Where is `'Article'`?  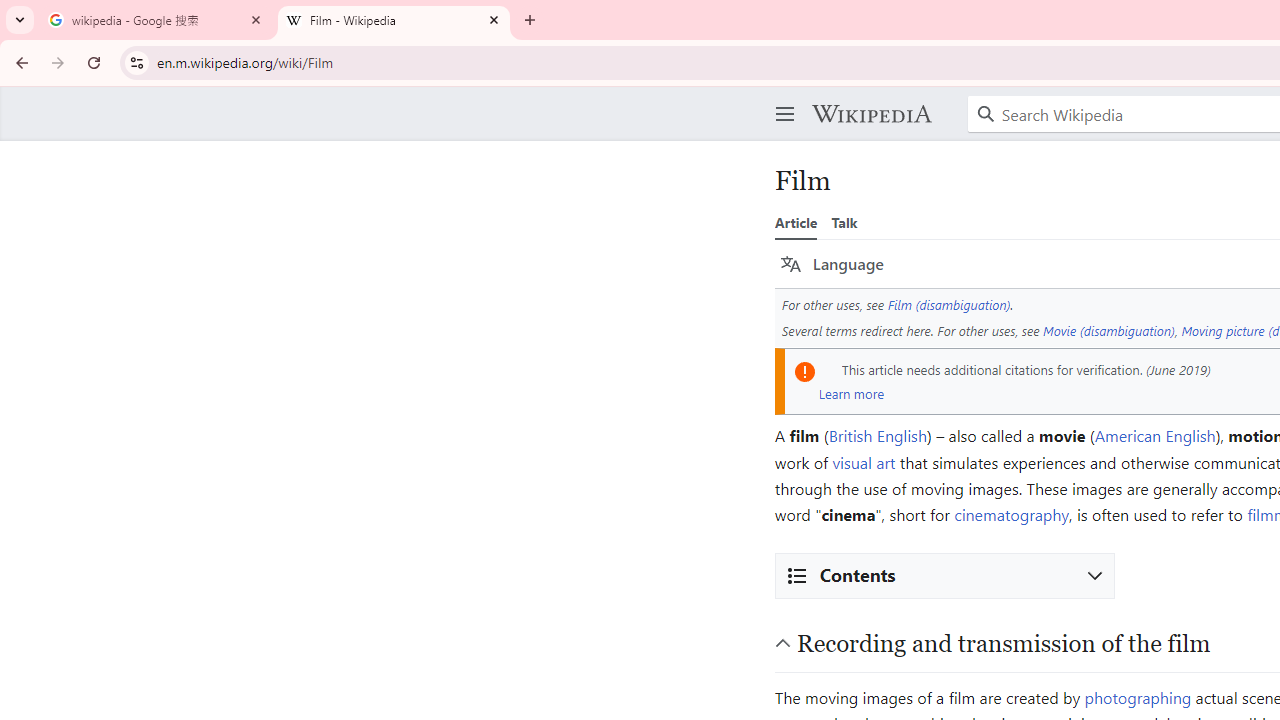 'Article' is located at coordinates (795, 222).